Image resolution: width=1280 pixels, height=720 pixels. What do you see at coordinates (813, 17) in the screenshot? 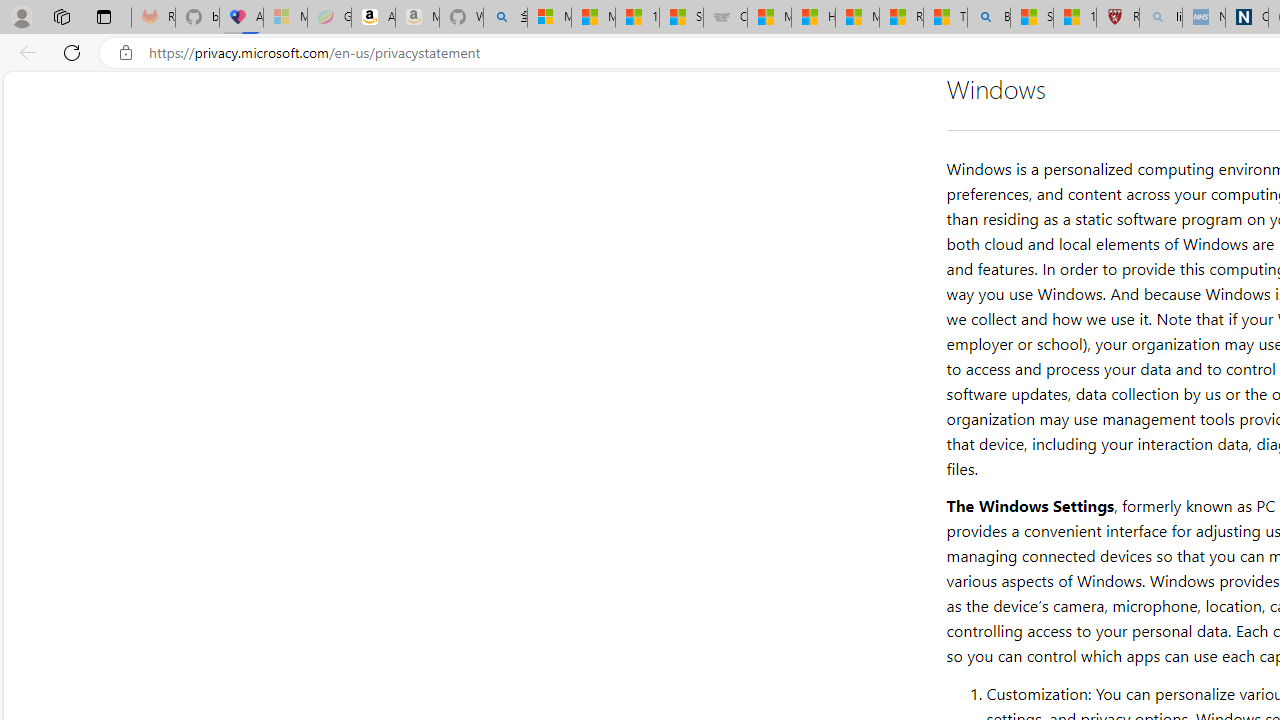
I see `'How I Got Rid of Microsoft Edge'` at bounding box center [813, 17].